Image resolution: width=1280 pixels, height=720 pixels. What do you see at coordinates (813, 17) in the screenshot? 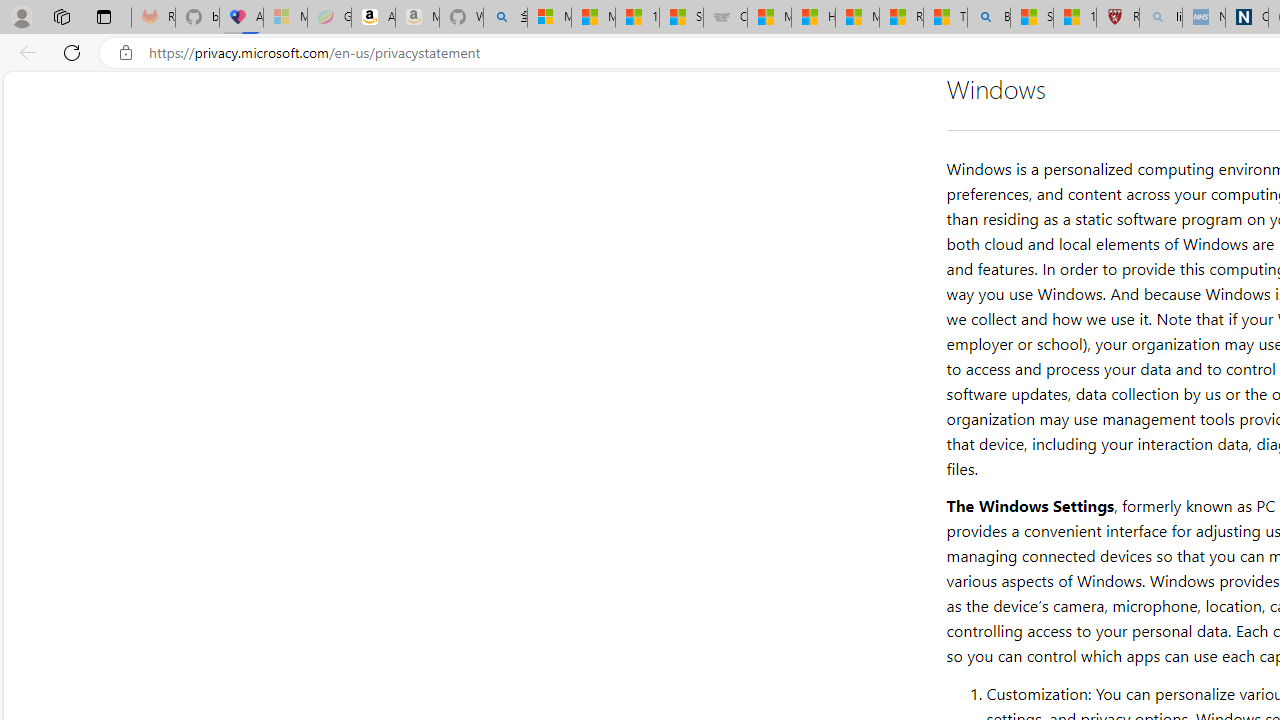
I see `'How I Got Rid of Microsoft Edge'` at bounding box center [813, 17].